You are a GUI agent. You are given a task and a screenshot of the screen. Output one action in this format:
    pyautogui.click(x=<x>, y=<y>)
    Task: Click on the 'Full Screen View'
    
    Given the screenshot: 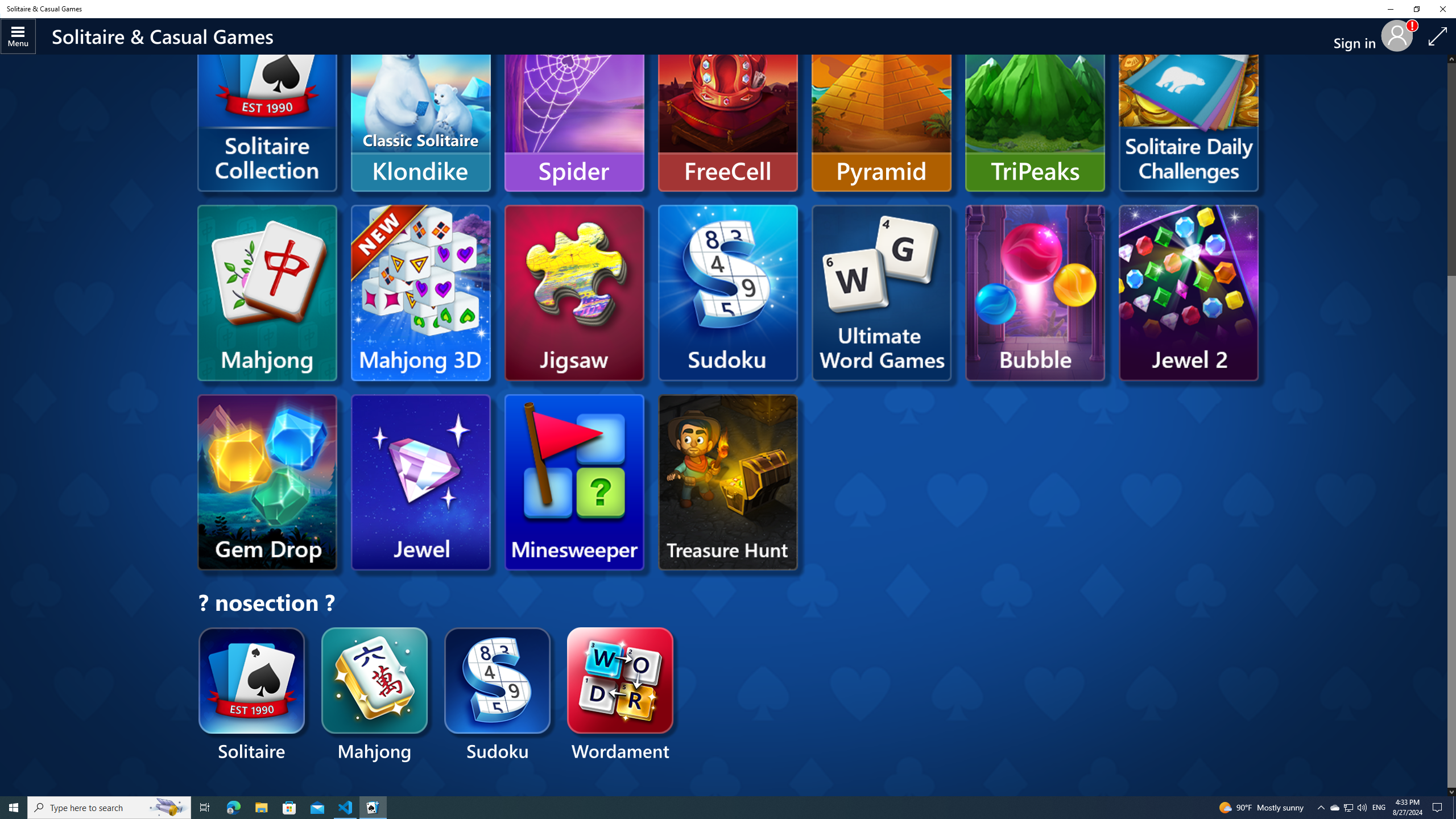 What is the action you would take?
    pyautogui.click(x=1437, y=36)
    